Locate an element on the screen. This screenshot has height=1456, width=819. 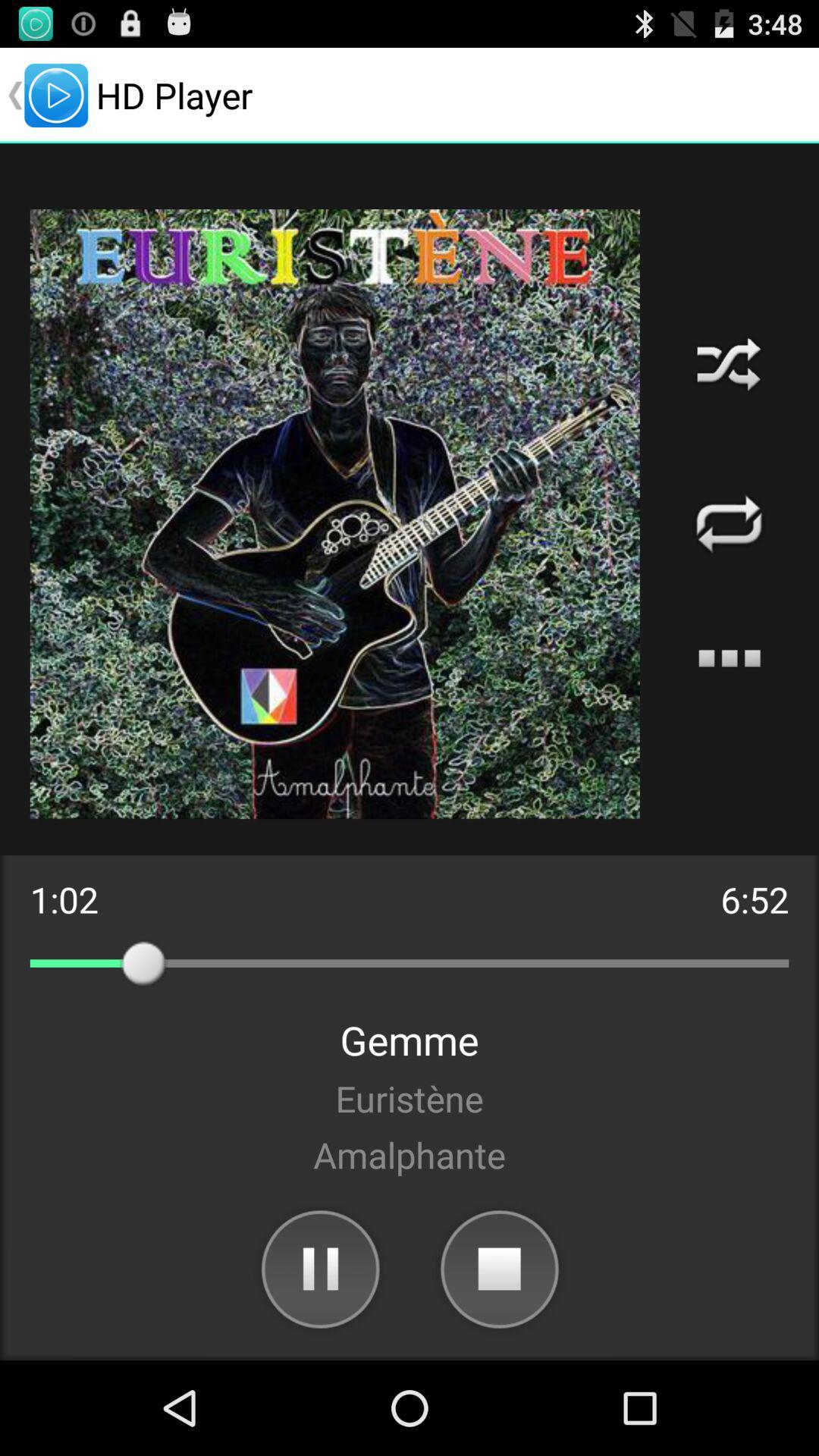
the repeat icon is located at coordinates (728, 560).